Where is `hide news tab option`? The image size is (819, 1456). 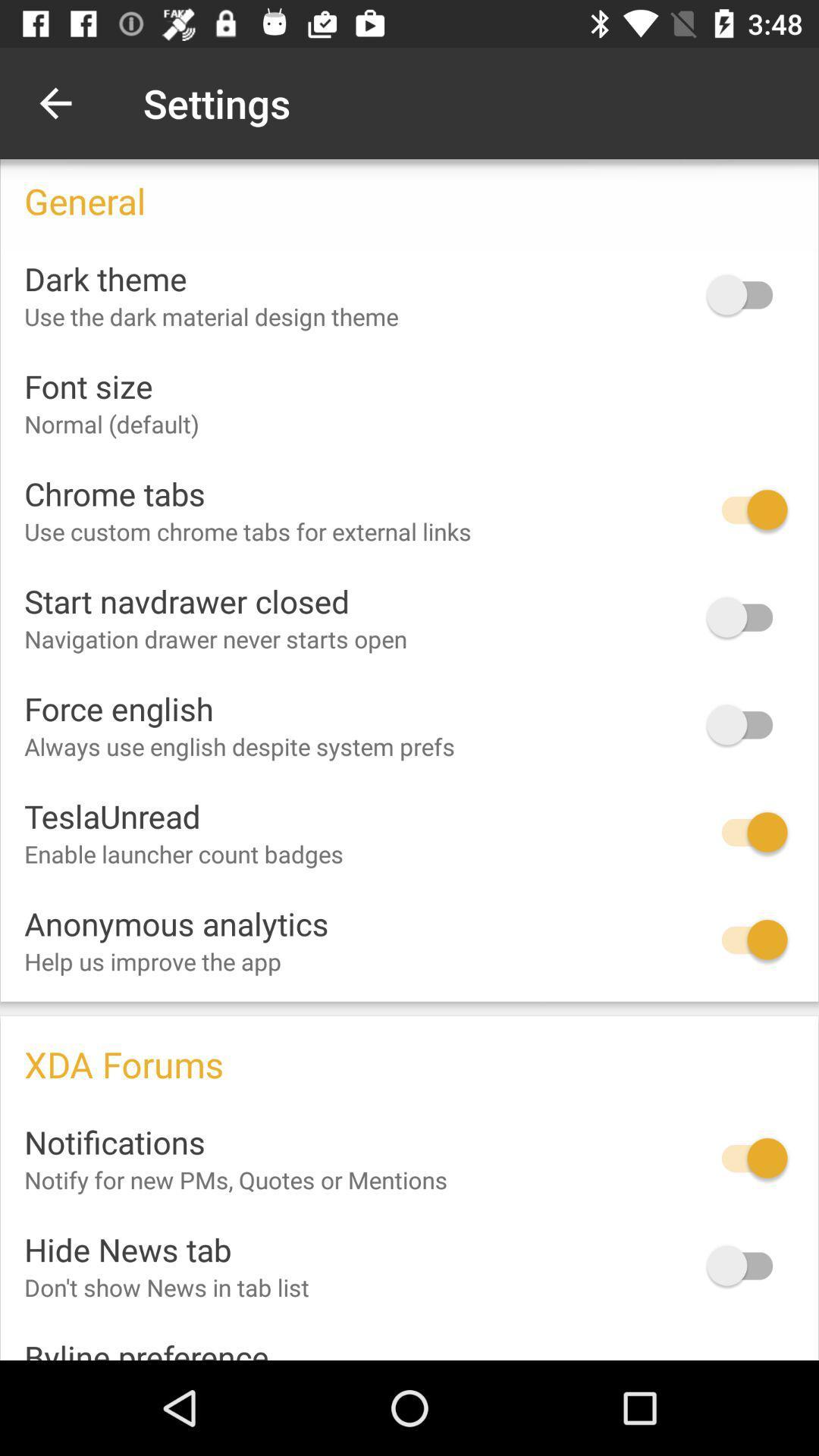 hide news tab option is located at coordinates (746, 1266).